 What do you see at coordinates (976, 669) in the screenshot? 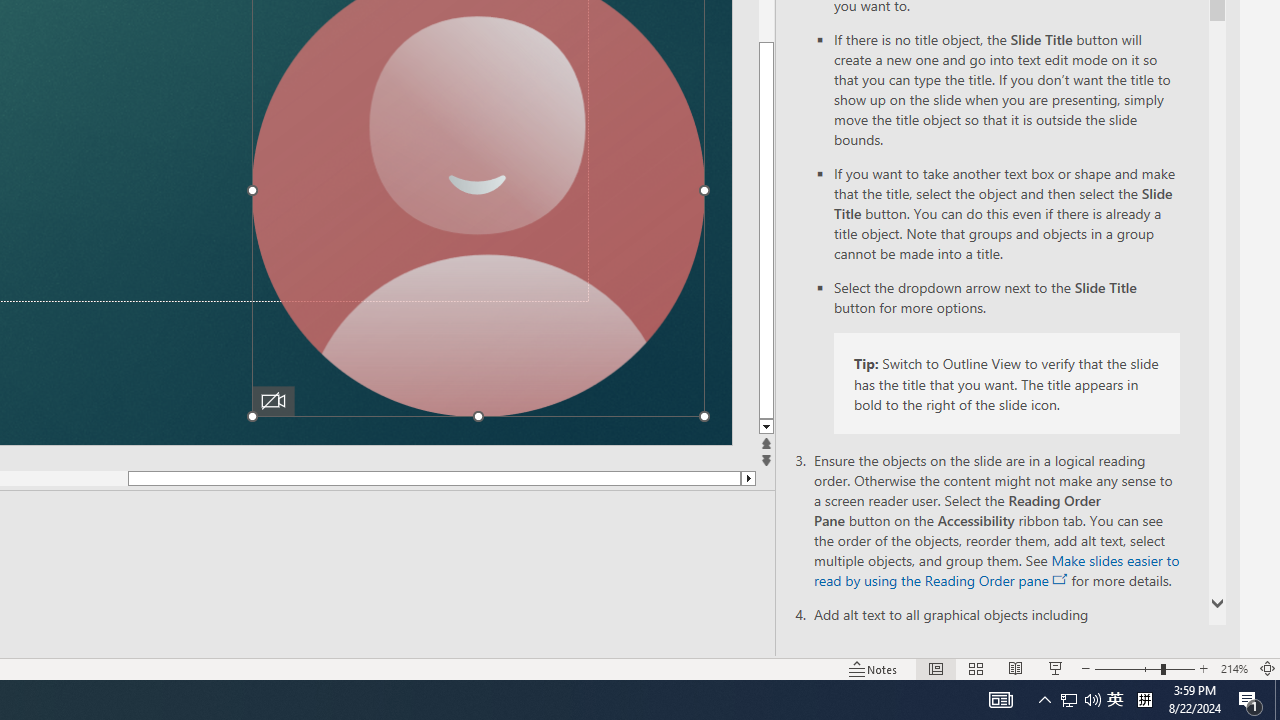
I see `'Slide Sorter'` at bounding box center [976, 669].